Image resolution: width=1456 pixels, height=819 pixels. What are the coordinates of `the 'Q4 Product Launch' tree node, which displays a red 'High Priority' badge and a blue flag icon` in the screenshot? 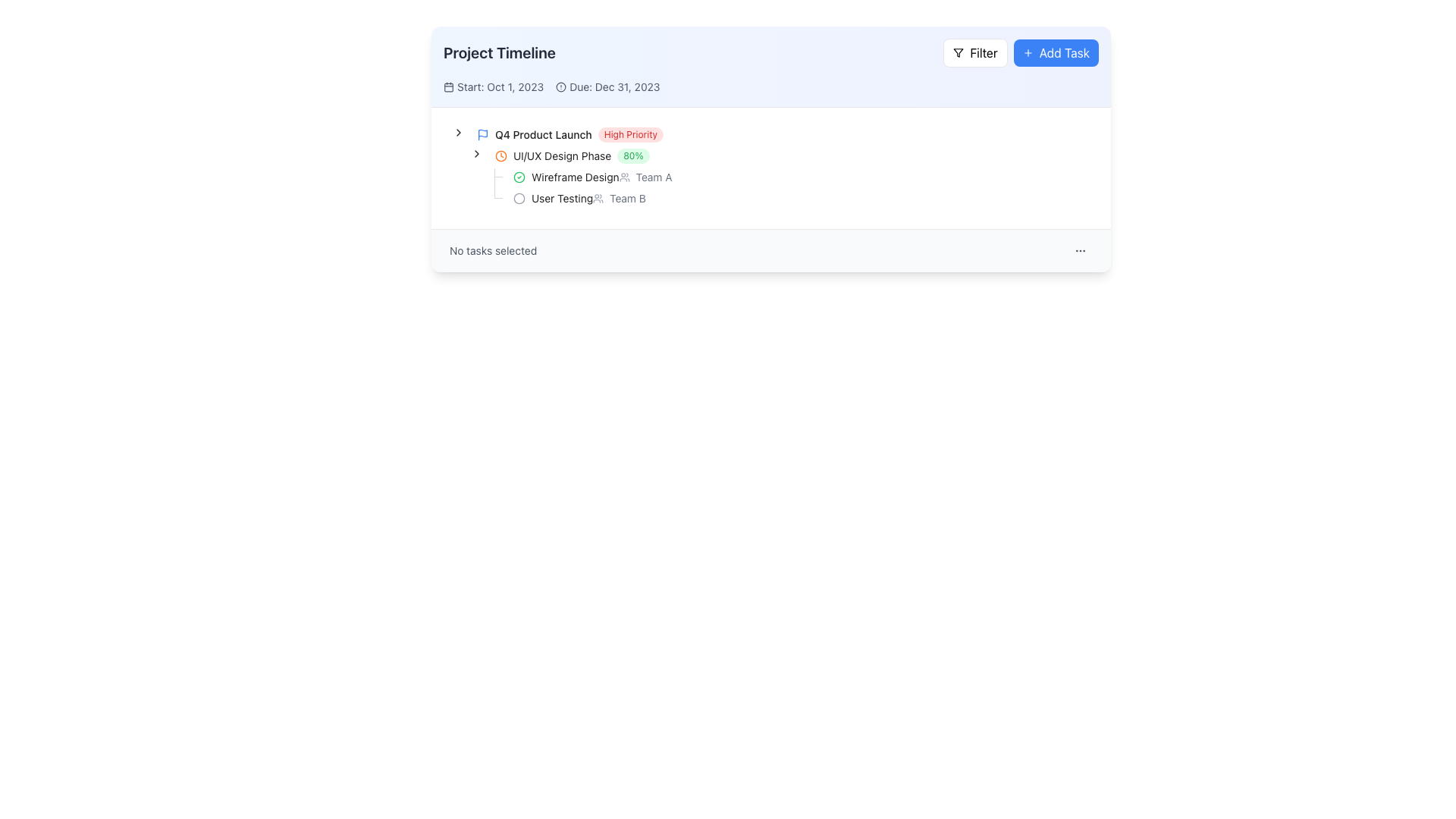 It's located at (559, 133).